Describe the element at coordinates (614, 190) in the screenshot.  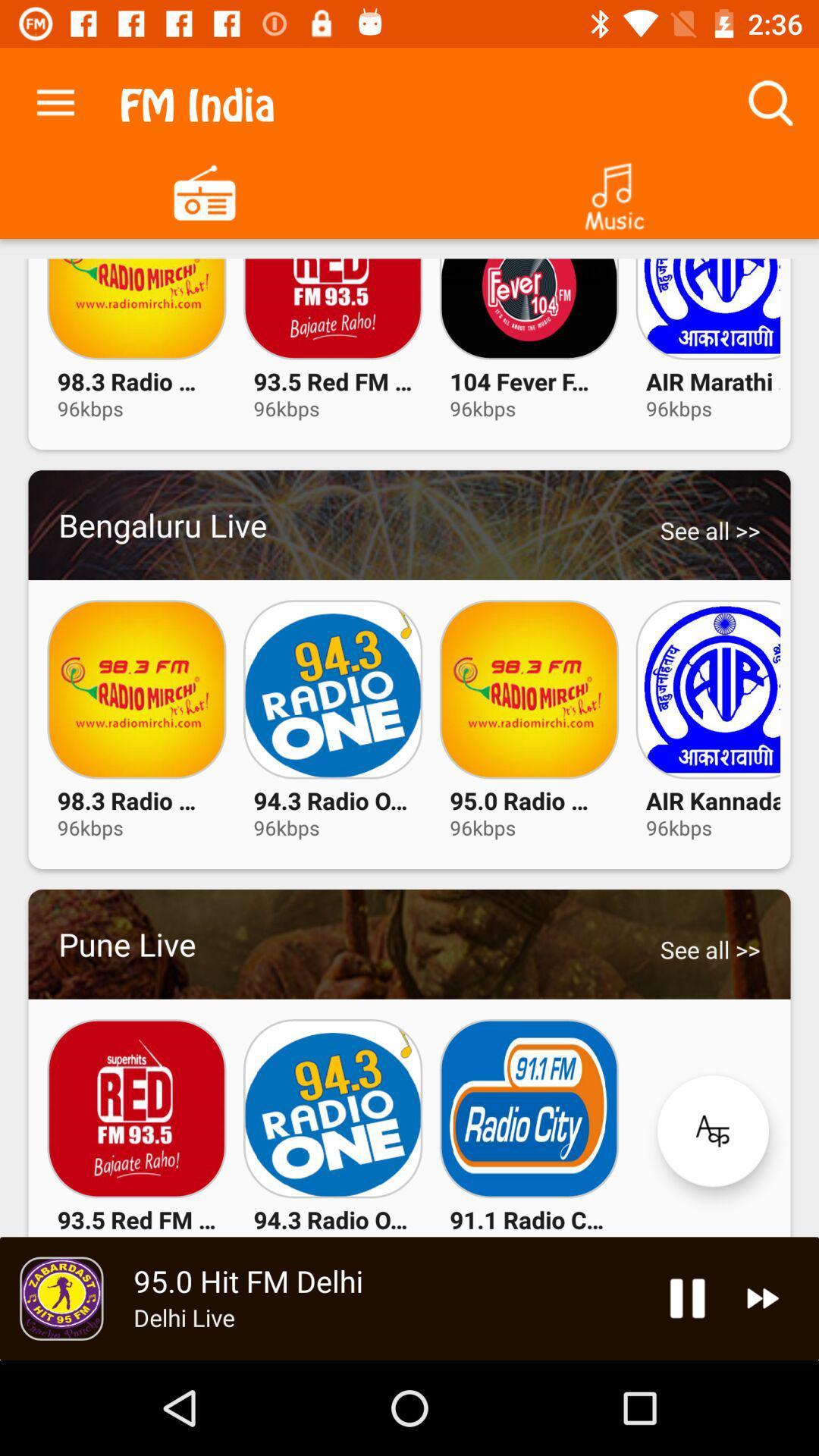
I see `switch music` at that location.